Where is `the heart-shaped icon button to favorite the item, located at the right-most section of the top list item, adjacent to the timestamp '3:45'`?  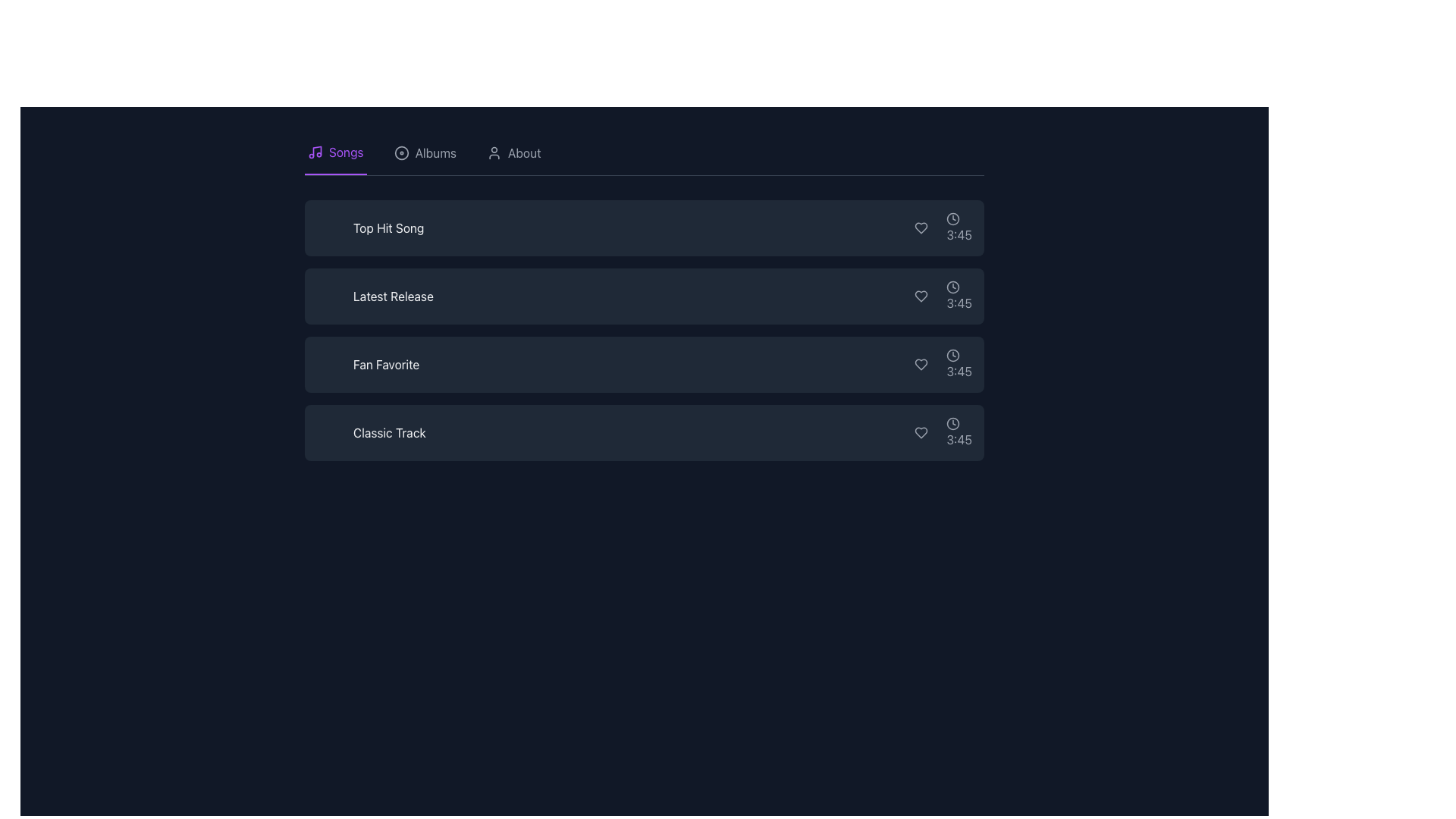
the heart-shaped icon button to favorite the item, located at the right-most section of the top list item, adjacent to the timestamp '3:45' is located at coordinates (921, 227).